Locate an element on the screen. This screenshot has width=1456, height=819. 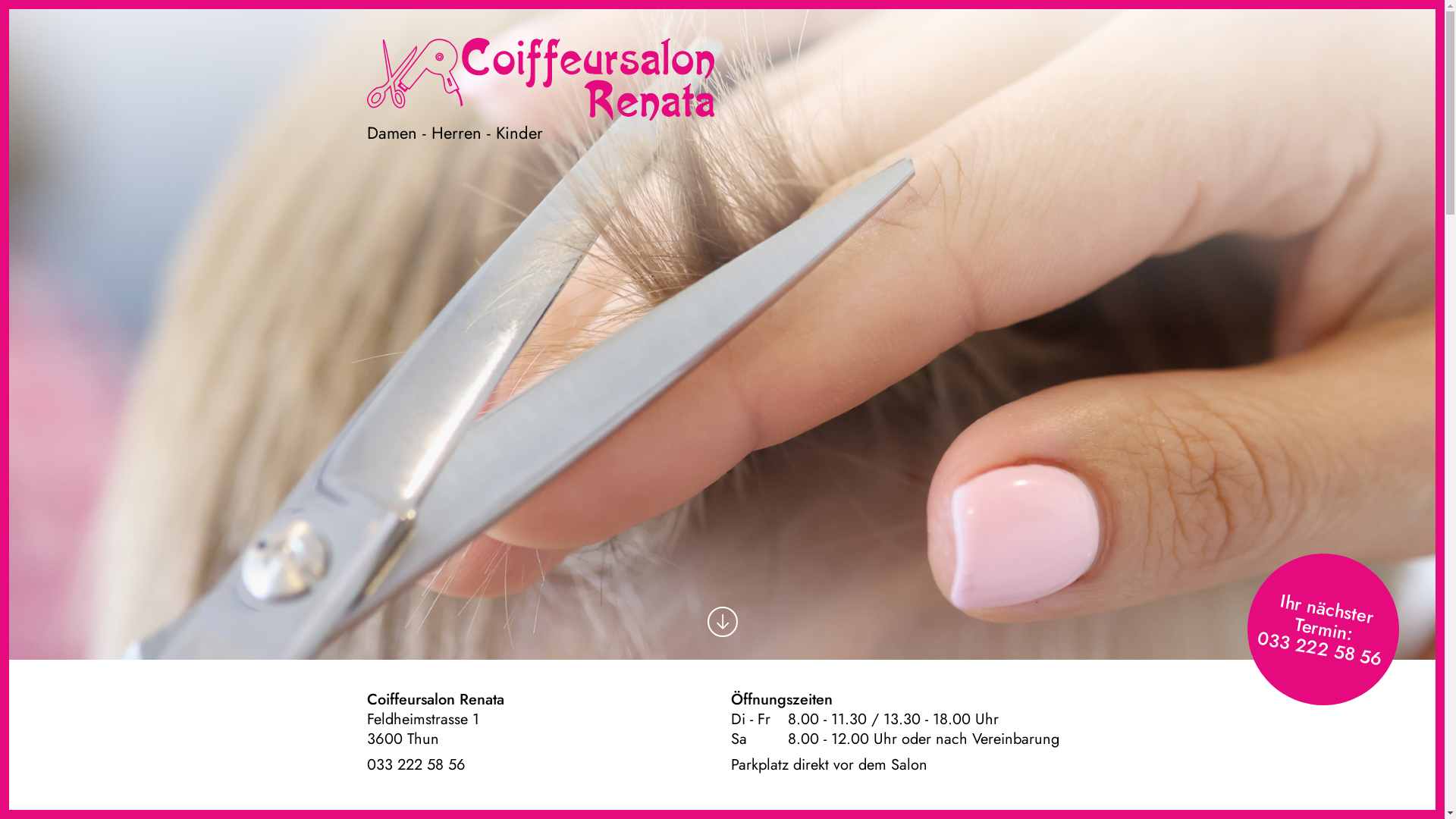
'033 222 58 56' is located at coordinates (416, 764).